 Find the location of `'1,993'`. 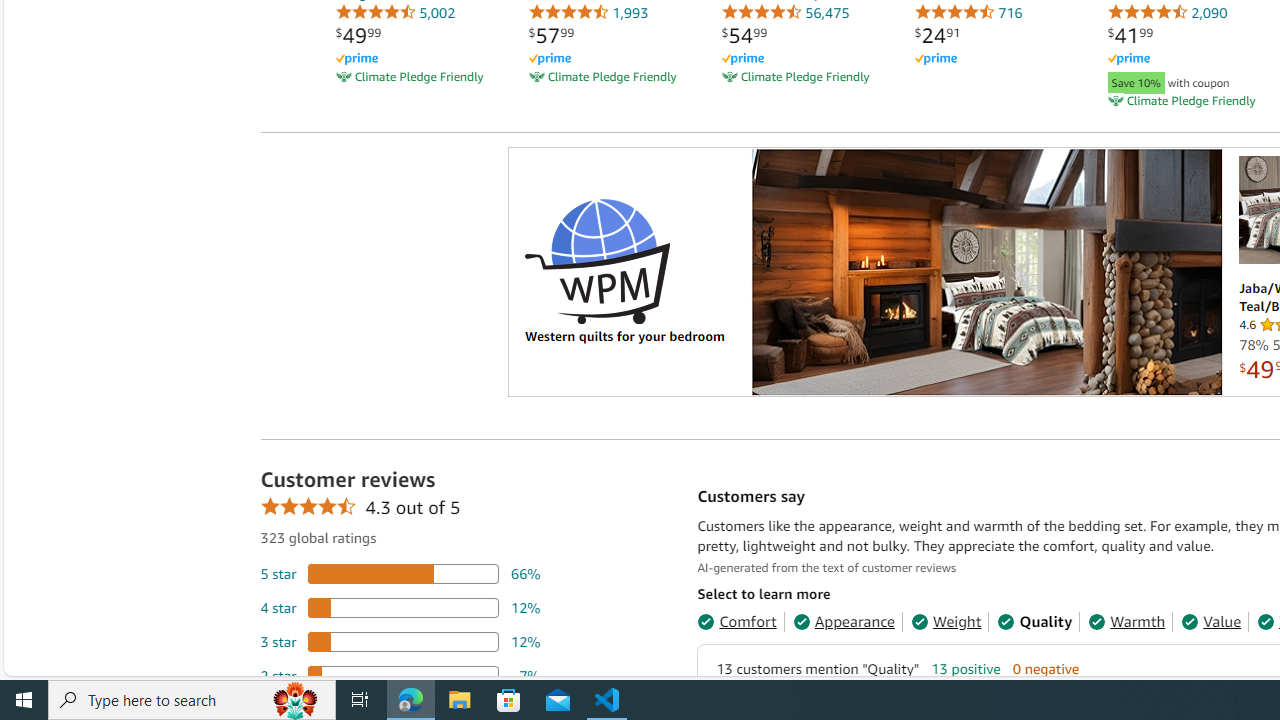

'1,993' is located at coordinates (587, 12).